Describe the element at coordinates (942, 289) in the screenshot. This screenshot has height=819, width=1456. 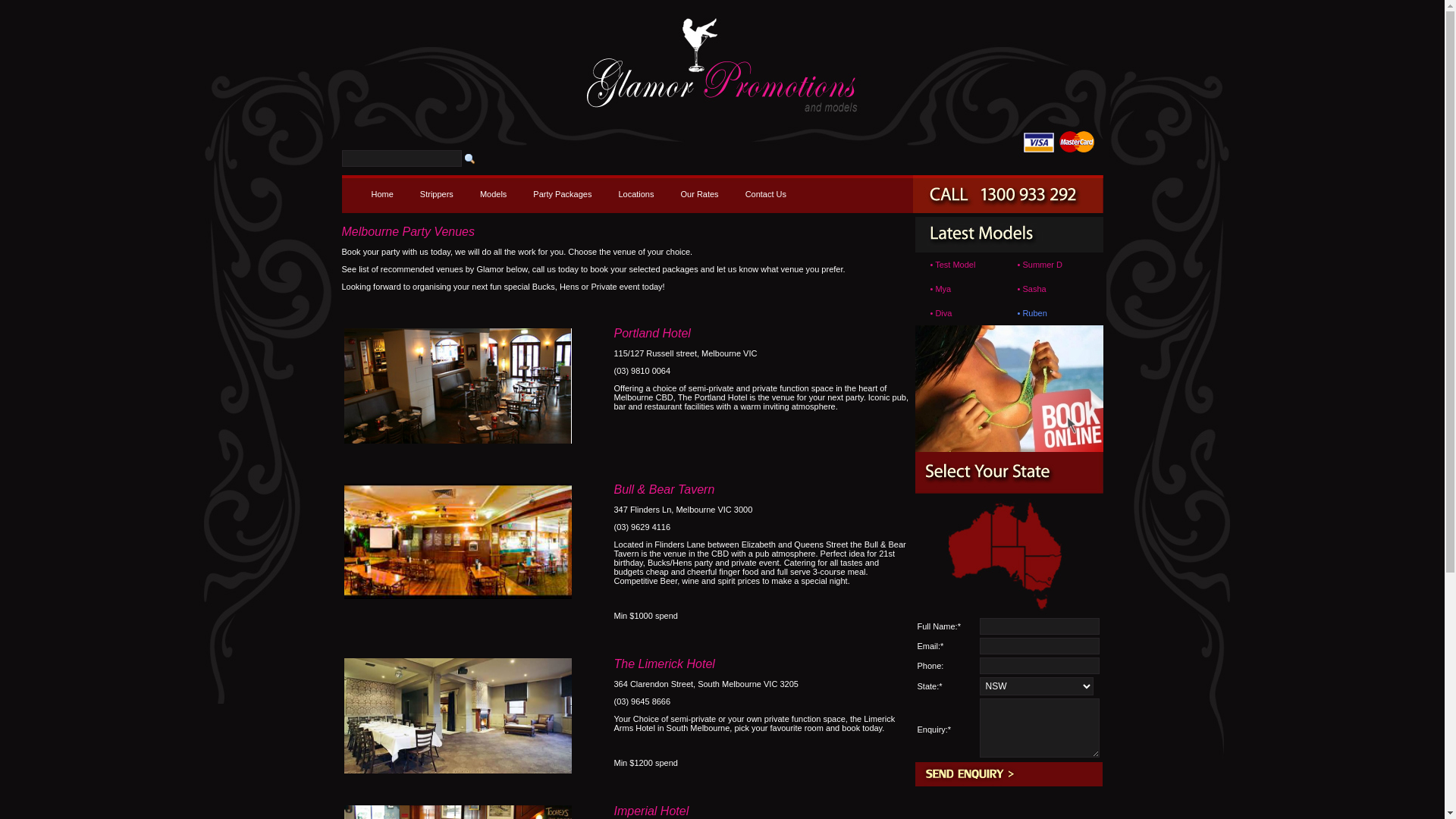
I see `'Mya'` at that location.